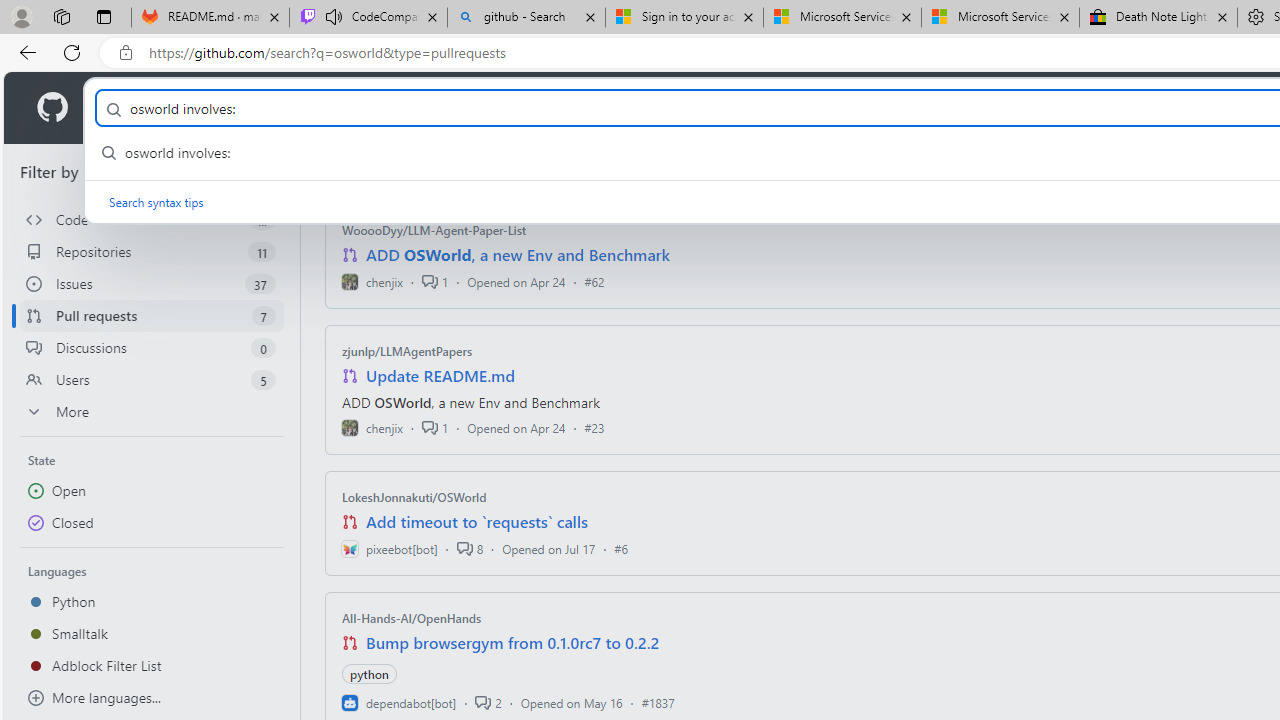 Image resolution: width=1280 pixels, height=720 pixels. What do you see at coordinates (411, 617) in the screenshot?
I see `'All-Hands-AI/OpenHands'` at bounding box center [411, 617].